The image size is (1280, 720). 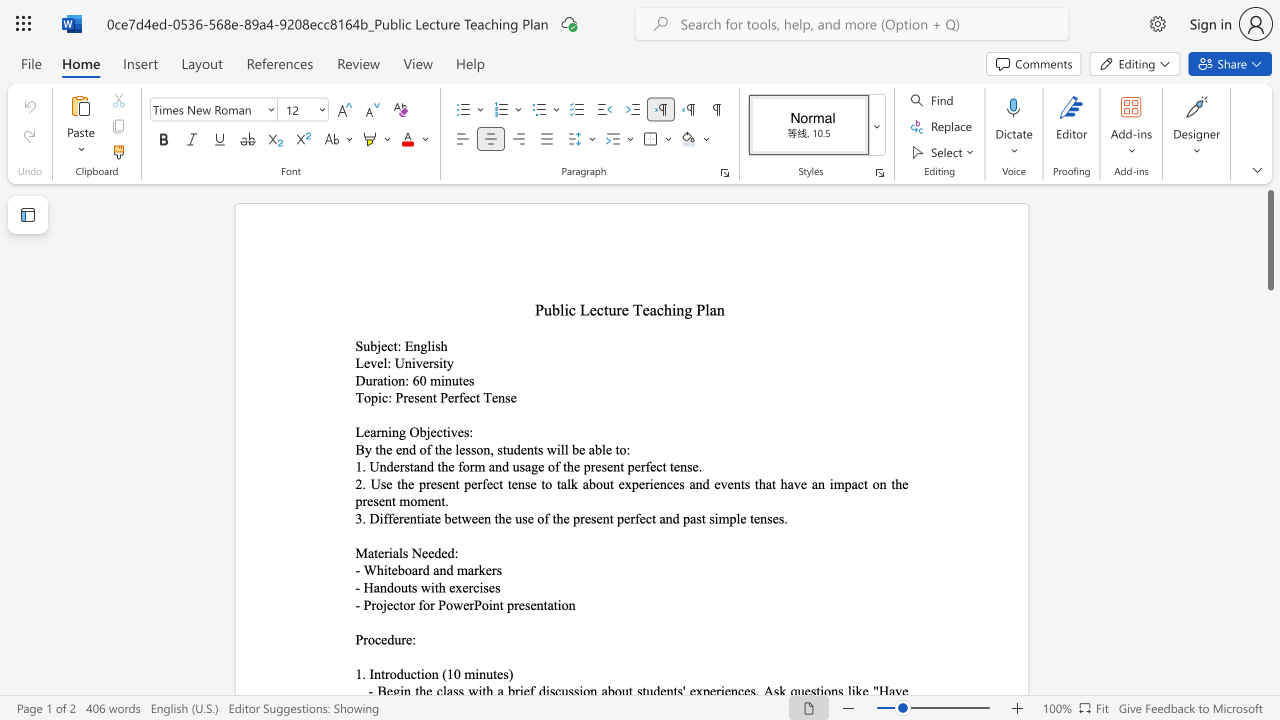 What do you see at coordinates (476, 484) in the screenshot?
I see `the subset text "rfect tense to talk about experiences and e" within the text "2. Use the present perfect tense to talk about experiences and events that have an impact on the present moment."` at bounding box center [476, 484].